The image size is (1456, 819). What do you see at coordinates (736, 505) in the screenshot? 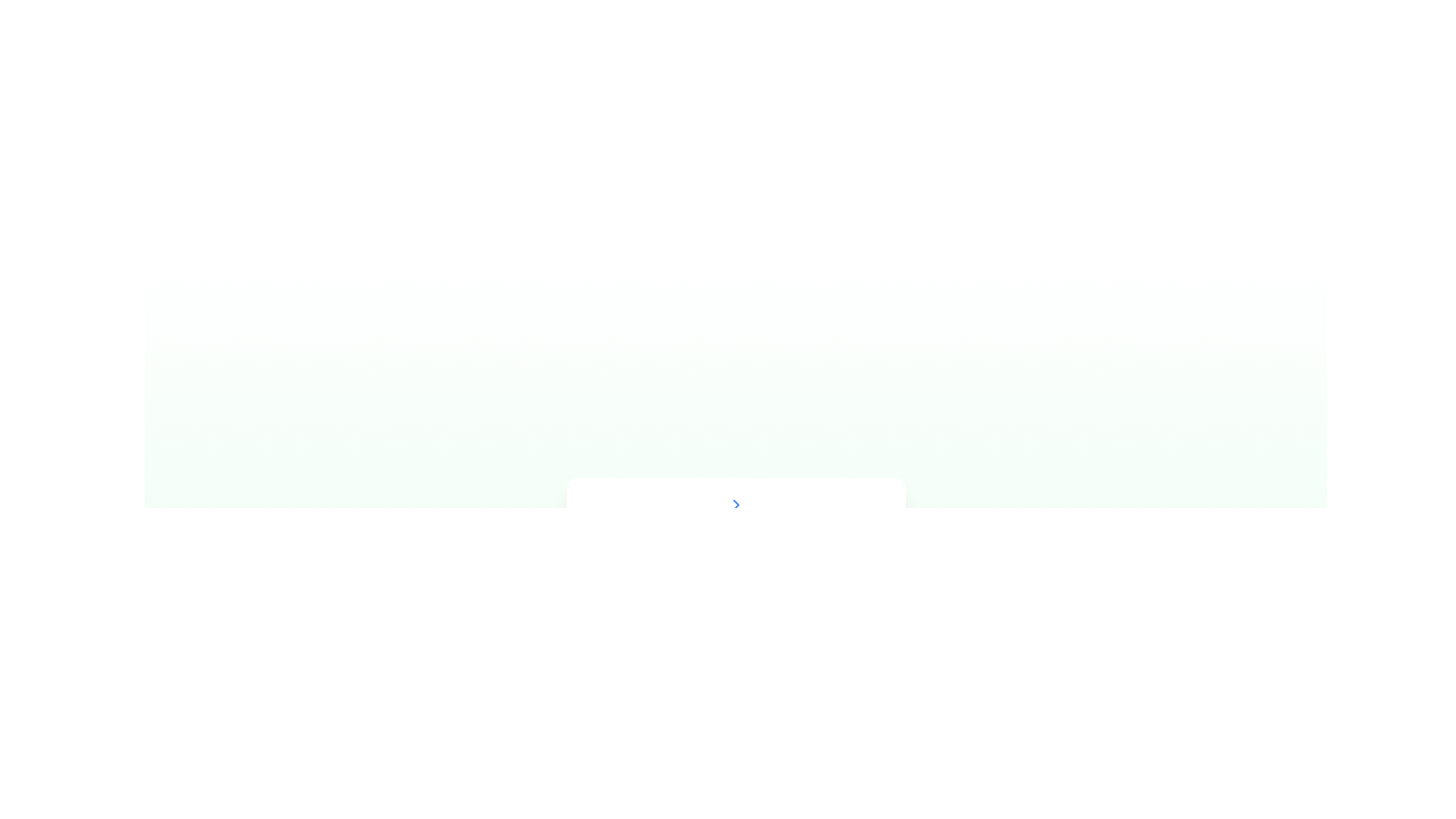
I see `the chevron arrow icon located near the bottom center of the interface` at bounding box center [736, 505].